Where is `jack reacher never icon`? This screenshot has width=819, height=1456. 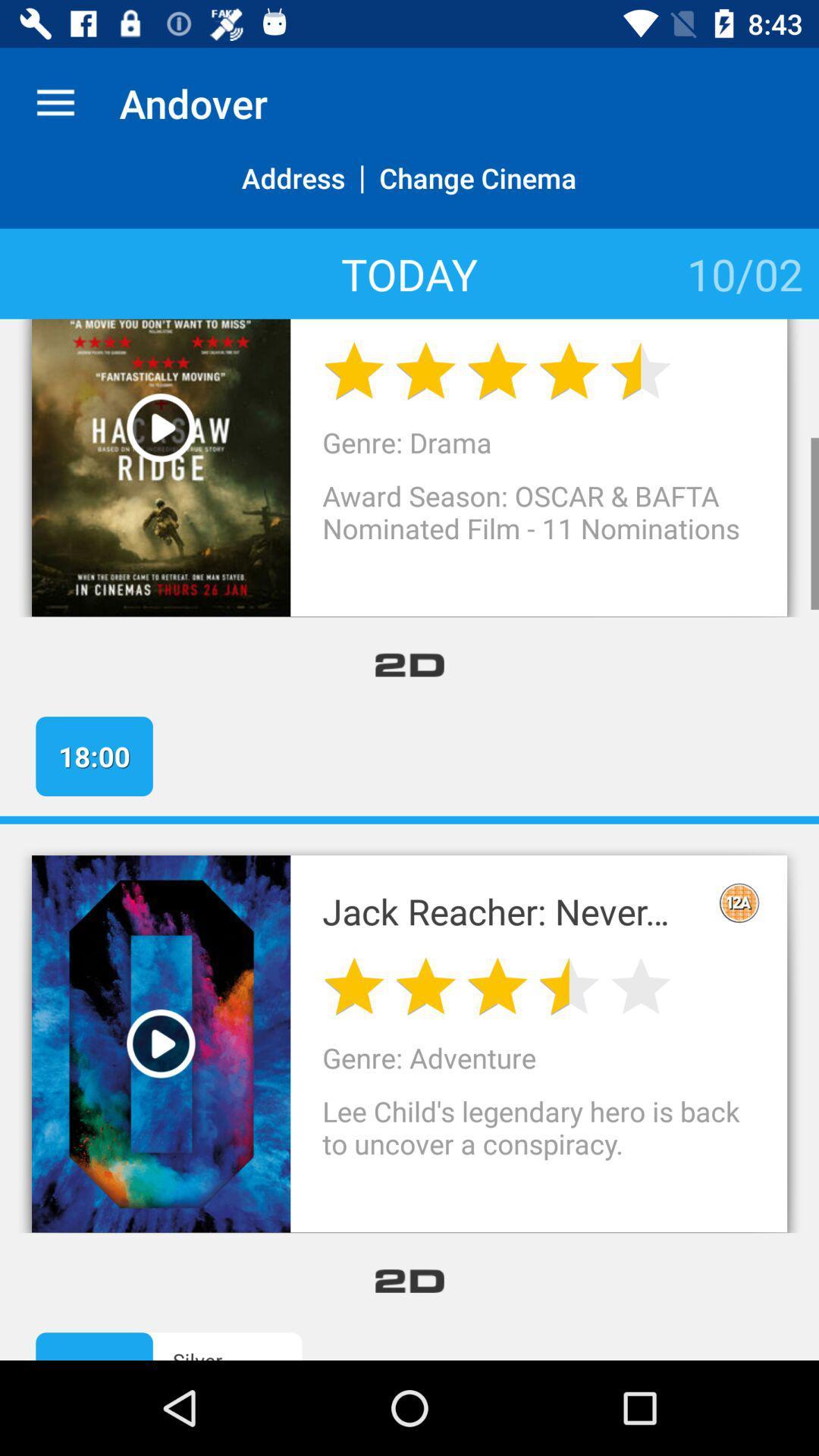 jack reacher never icon is located at coordinates (510, 910).